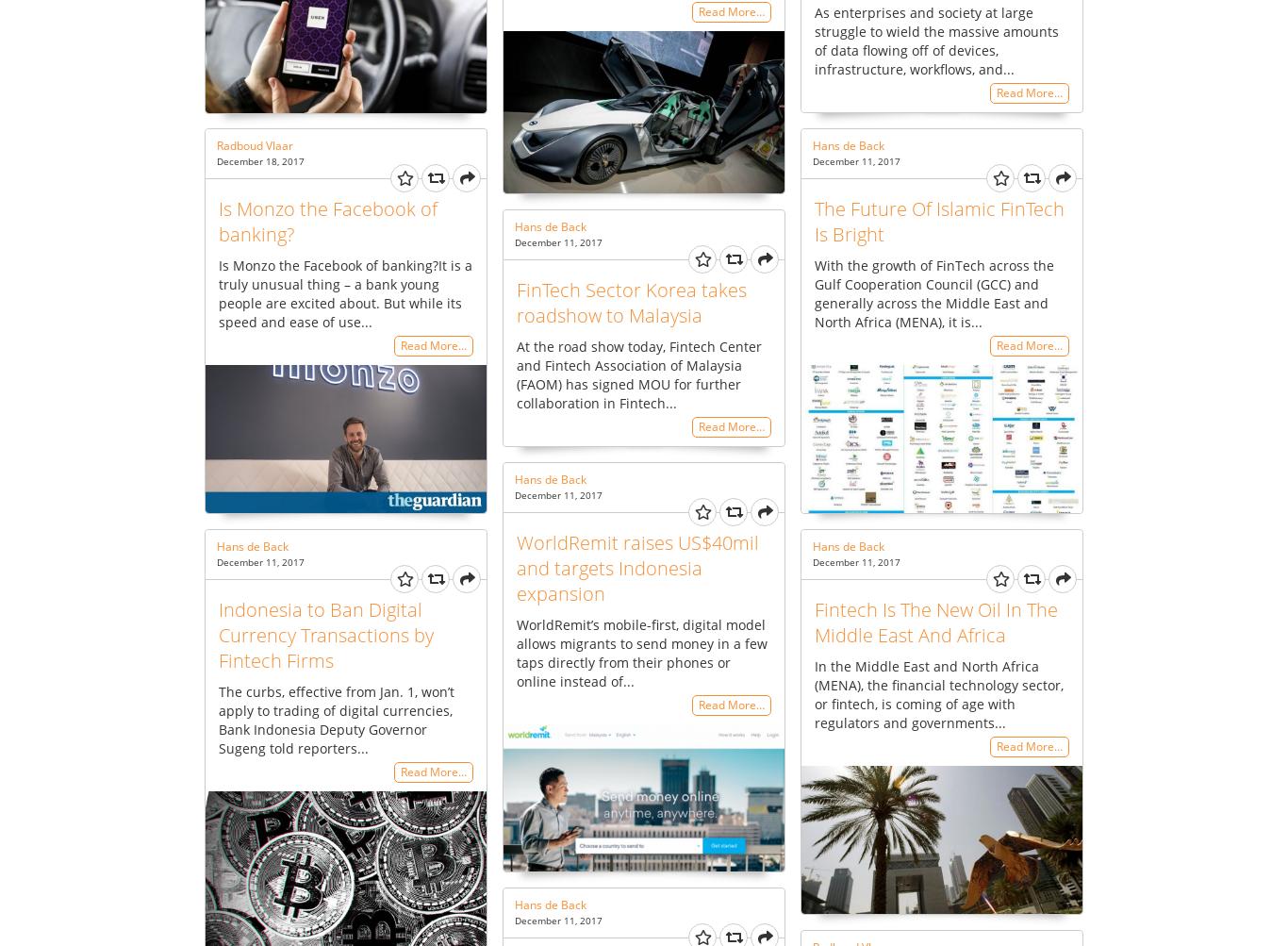  What do you see at coordinates (517, 300) in the screenshot?
I see `'FinTech Sector Korea takes roadshow to Malaysia'` at bounding box center [517, 300].